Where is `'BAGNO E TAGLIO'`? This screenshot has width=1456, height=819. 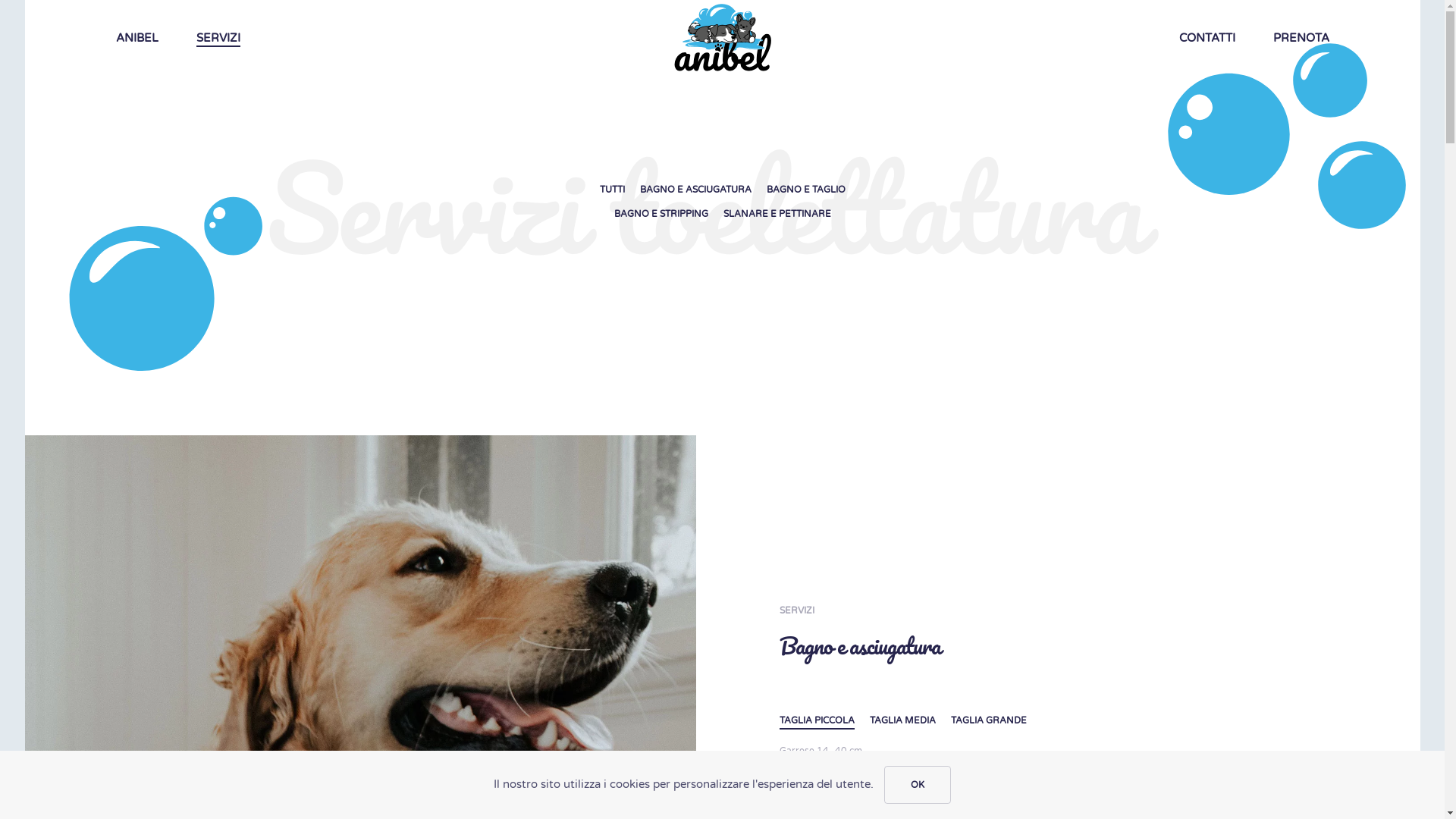 'BAGNO E TAGLIO' is located at coordinates (804, 189).